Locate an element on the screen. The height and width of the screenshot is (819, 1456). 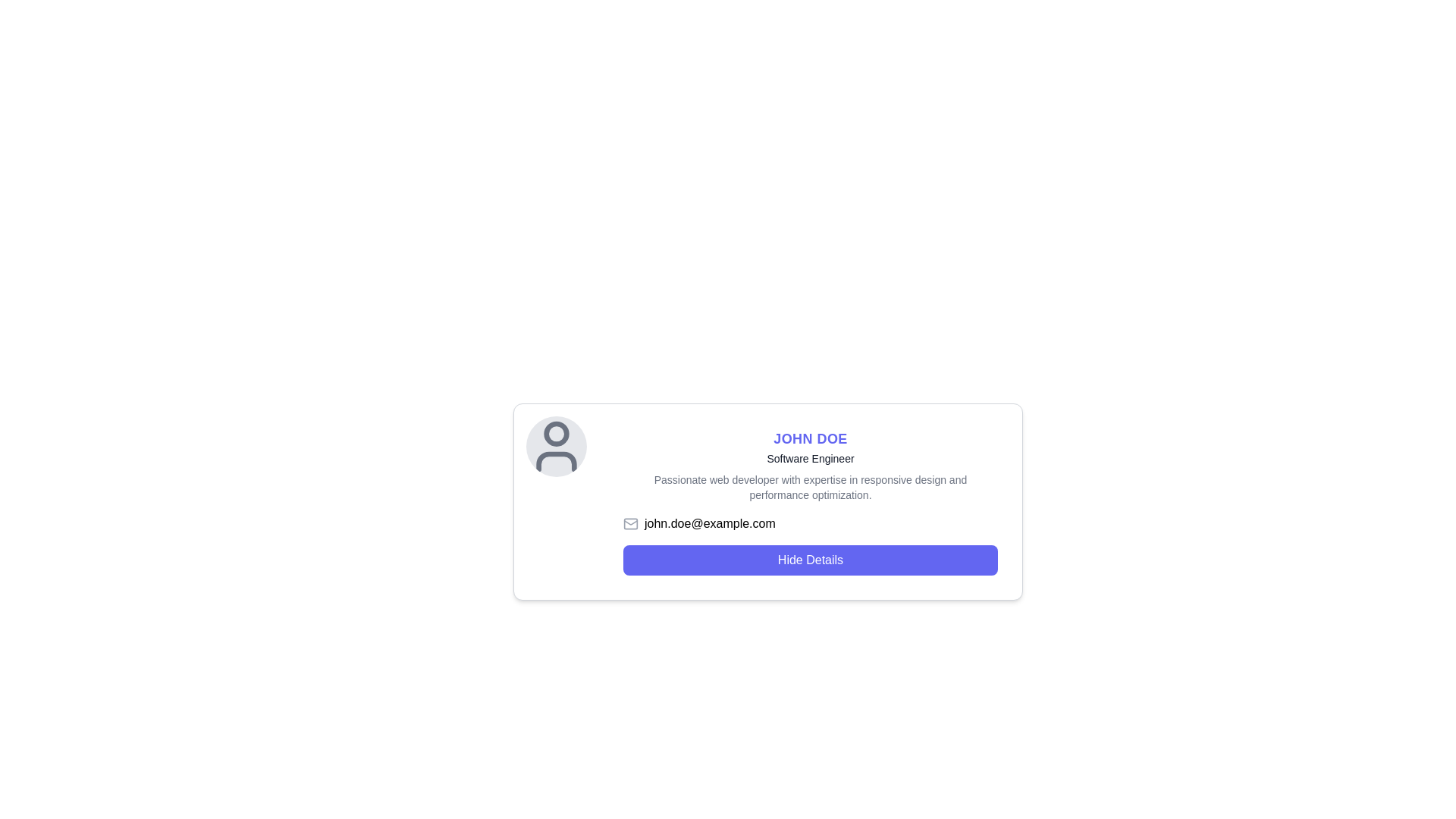
the 'Hide Details' button, which is a rectangular button with a purple background and white text, located at the bottom of the profile card is located at coordinates (810, 559).